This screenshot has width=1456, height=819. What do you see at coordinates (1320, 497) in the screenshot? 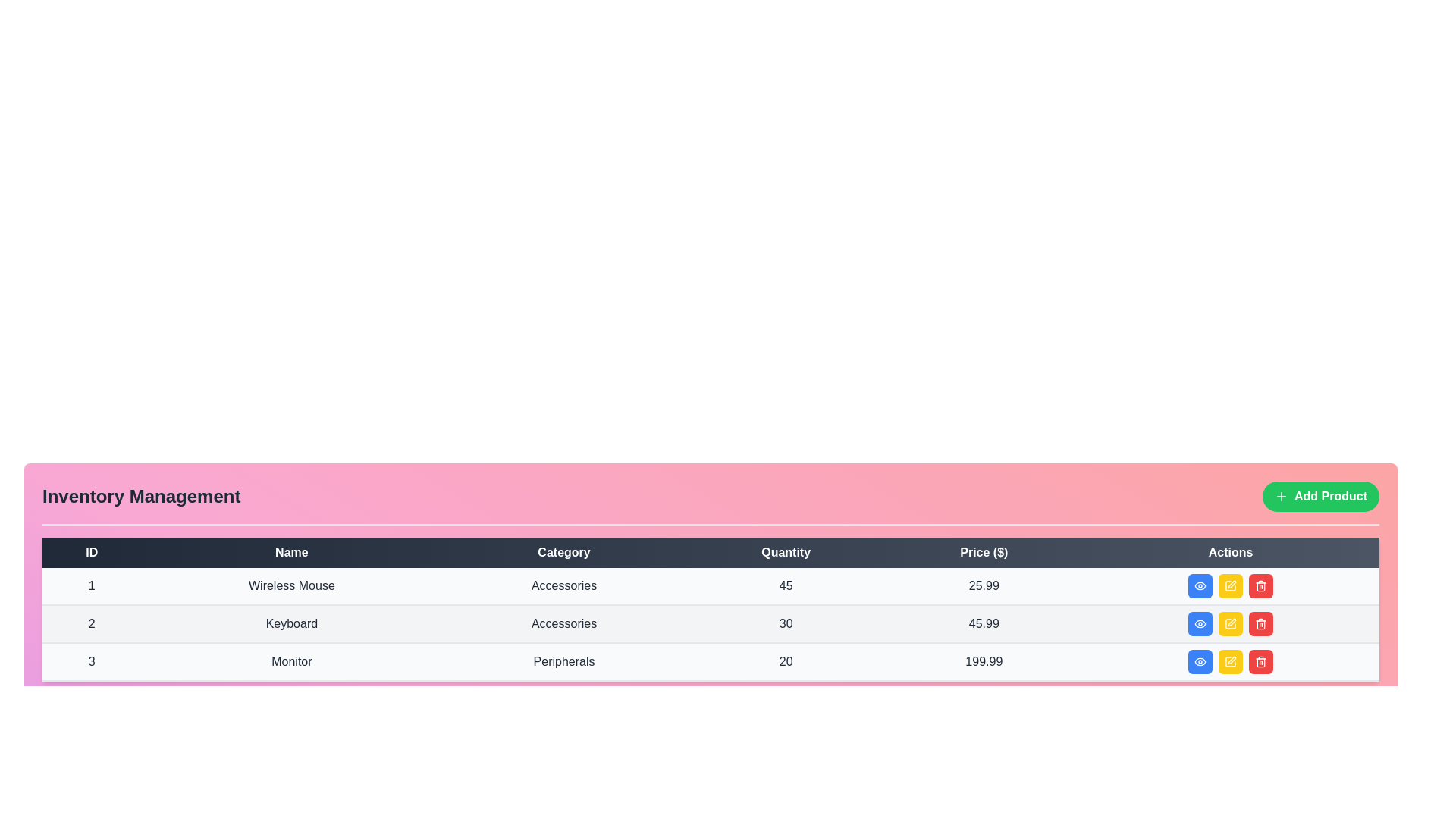
I see `the green 'Add Product' button with rounded edges to initiate the addition of a product` at bounding box center [1320, 497].